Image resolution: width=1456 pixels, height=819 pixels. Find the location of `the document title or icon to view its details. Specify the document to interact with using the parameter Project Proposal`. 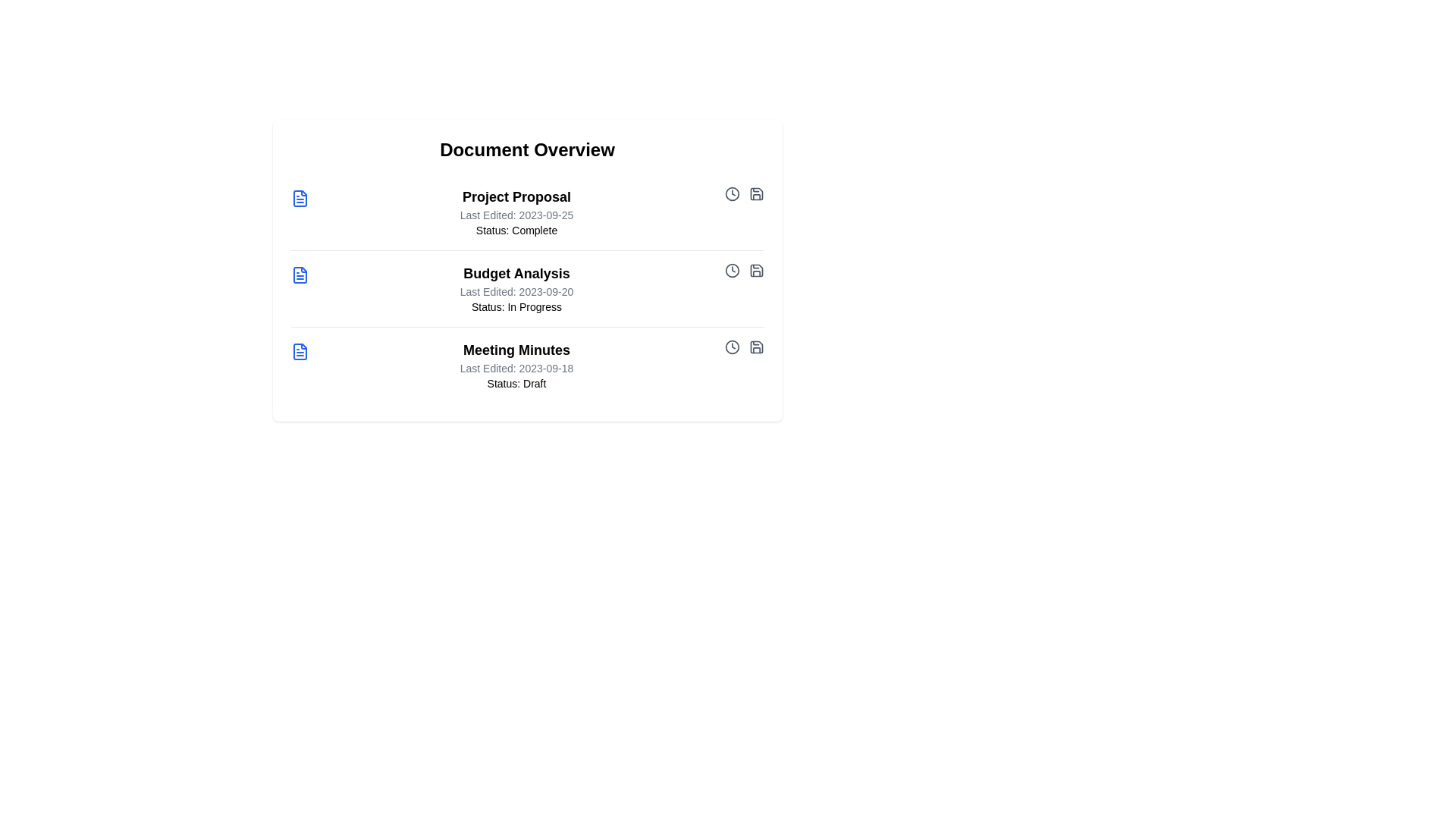

the document title or icon to view its details. Specify the document to interact with using the parameter Project Proposal is located at coordinates (320, 196).